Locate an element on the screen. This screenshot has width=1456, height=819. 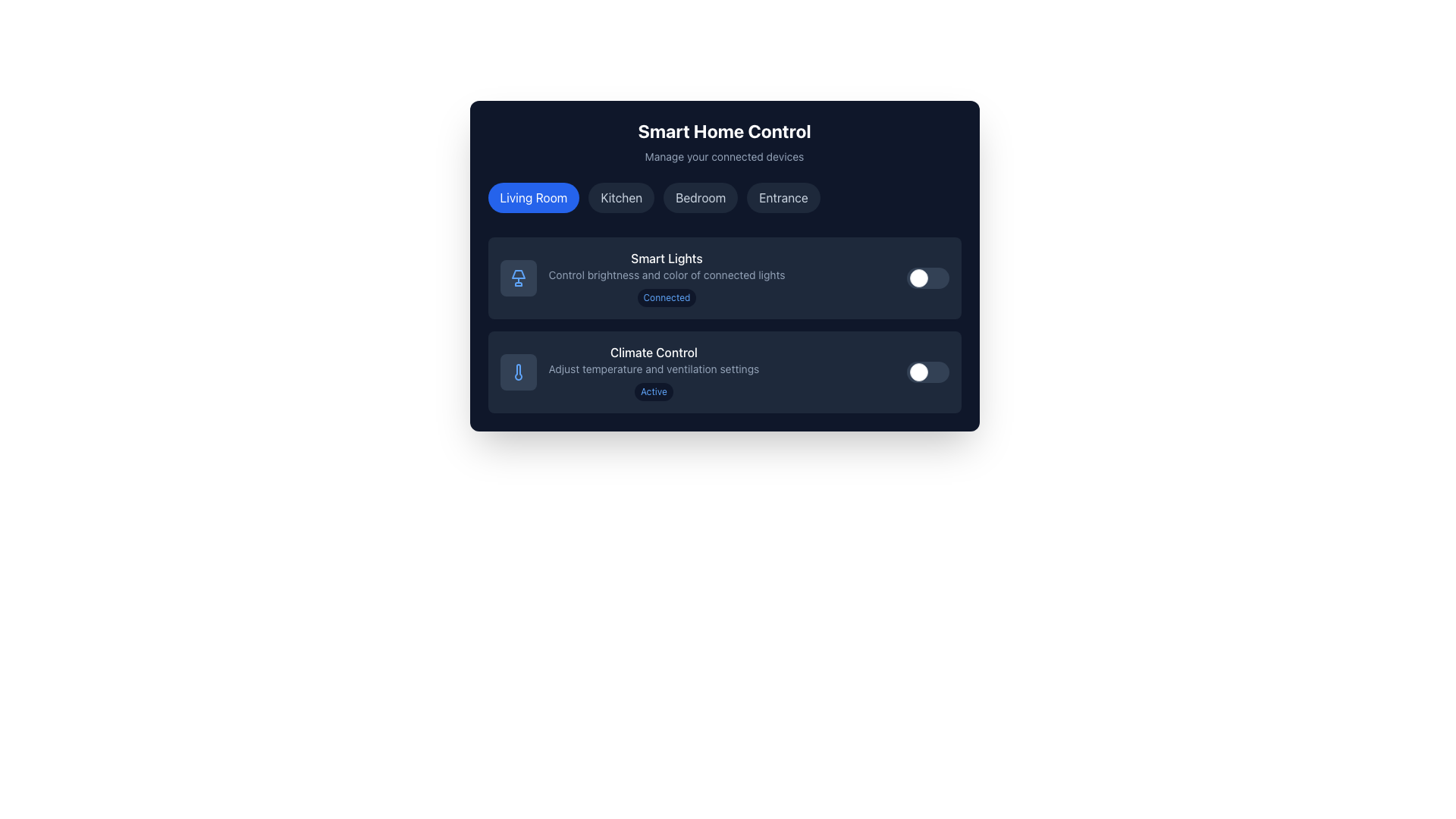
the 'Bedroom' pill-shaped button with white text on a dark gray background is located at coordinates (700, 197).